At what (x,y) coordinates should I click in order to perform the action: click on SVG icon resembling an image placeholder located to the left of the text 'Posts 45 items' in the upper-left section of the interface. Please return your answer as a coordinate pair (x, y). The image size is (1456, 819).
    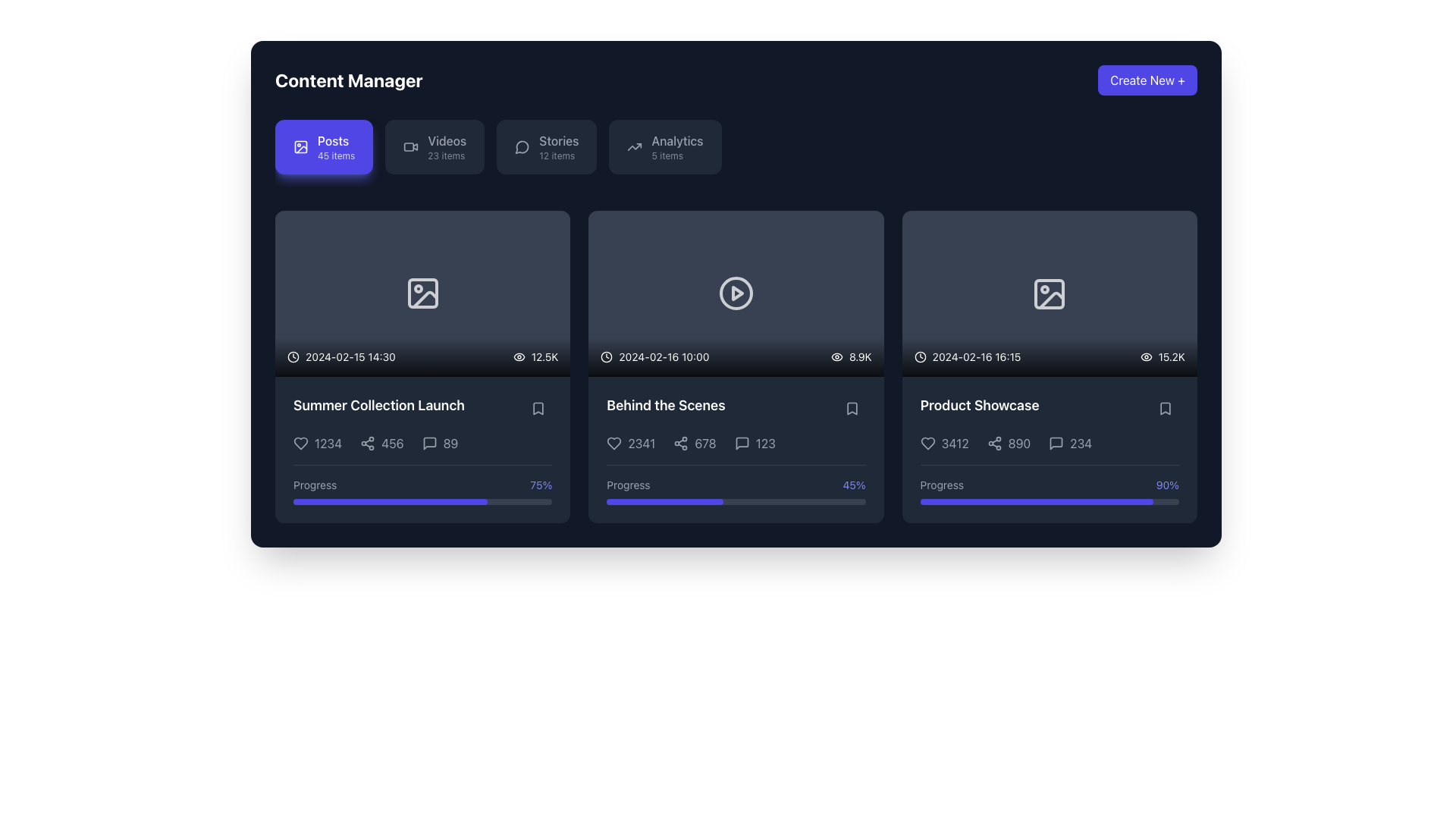
    Looking at the image, I should click on (301, 146).